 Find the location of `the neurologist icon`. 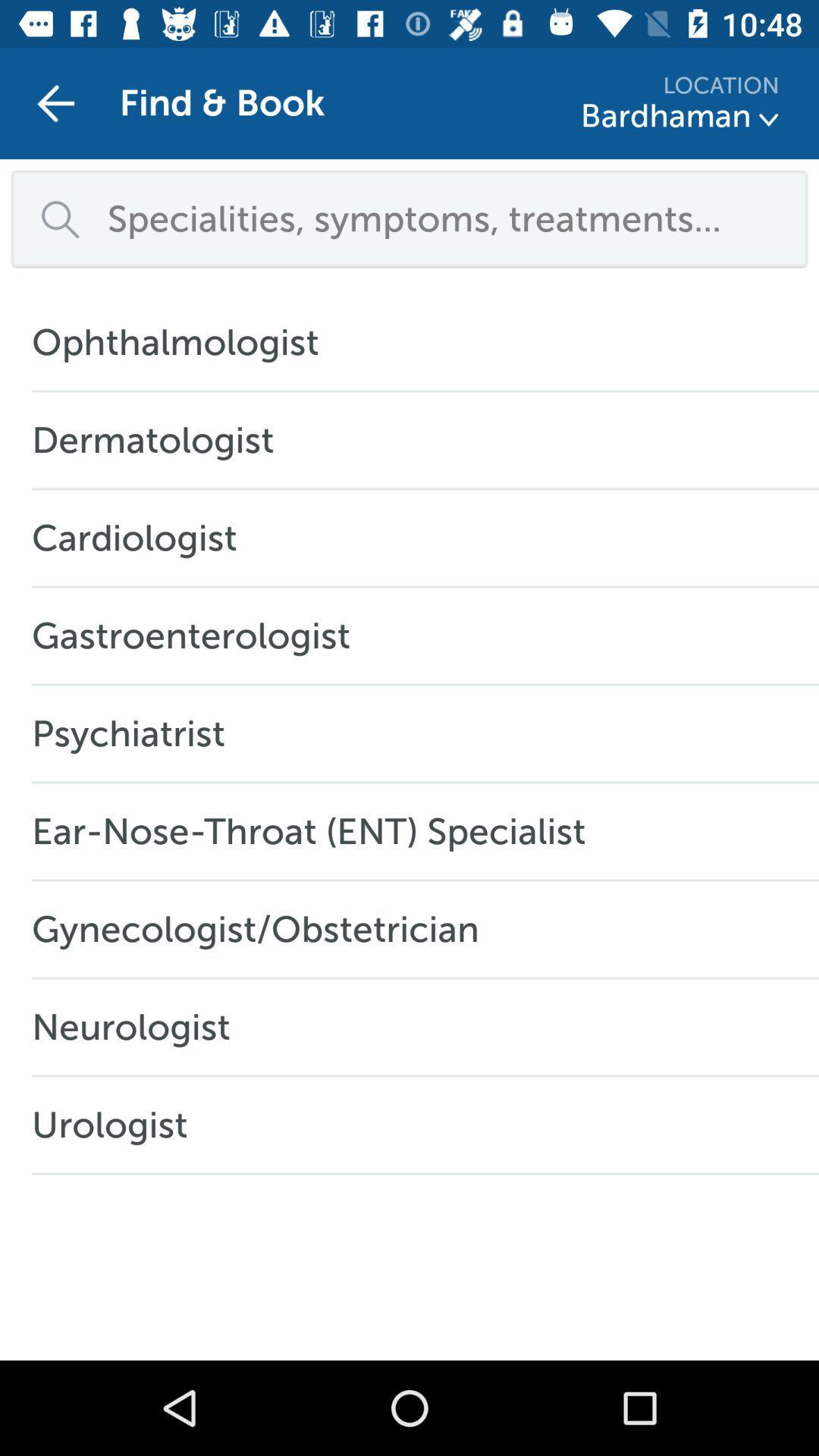

the neurologist icon is located at coordinates (139, 1027).